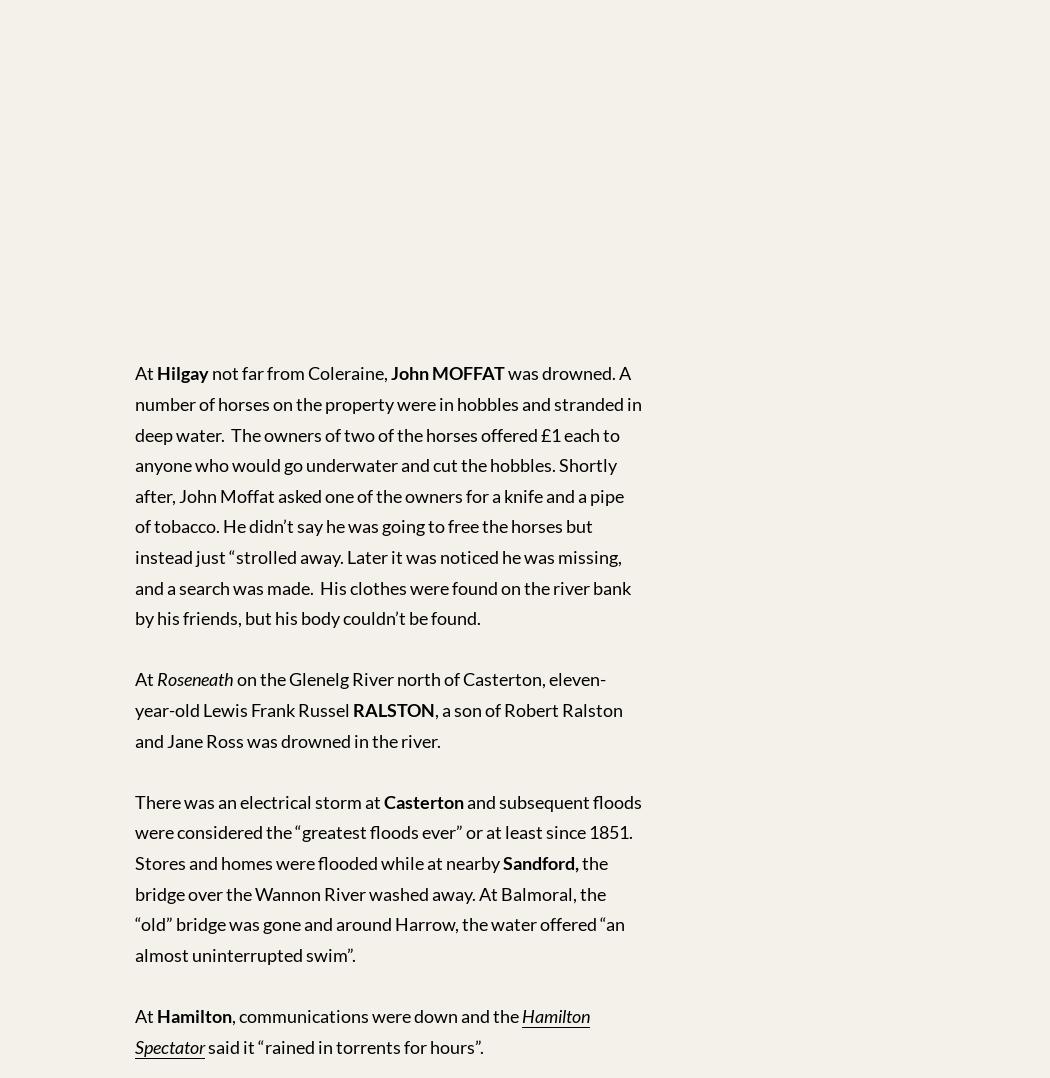 This screenshot has height=1078, width=1050. Describe the element at coordinates (369, 693) in the screenshot. I see `'on the Glenelg River north of Casterton, eleven-year-old Lewis Frank Russel'` at that location.